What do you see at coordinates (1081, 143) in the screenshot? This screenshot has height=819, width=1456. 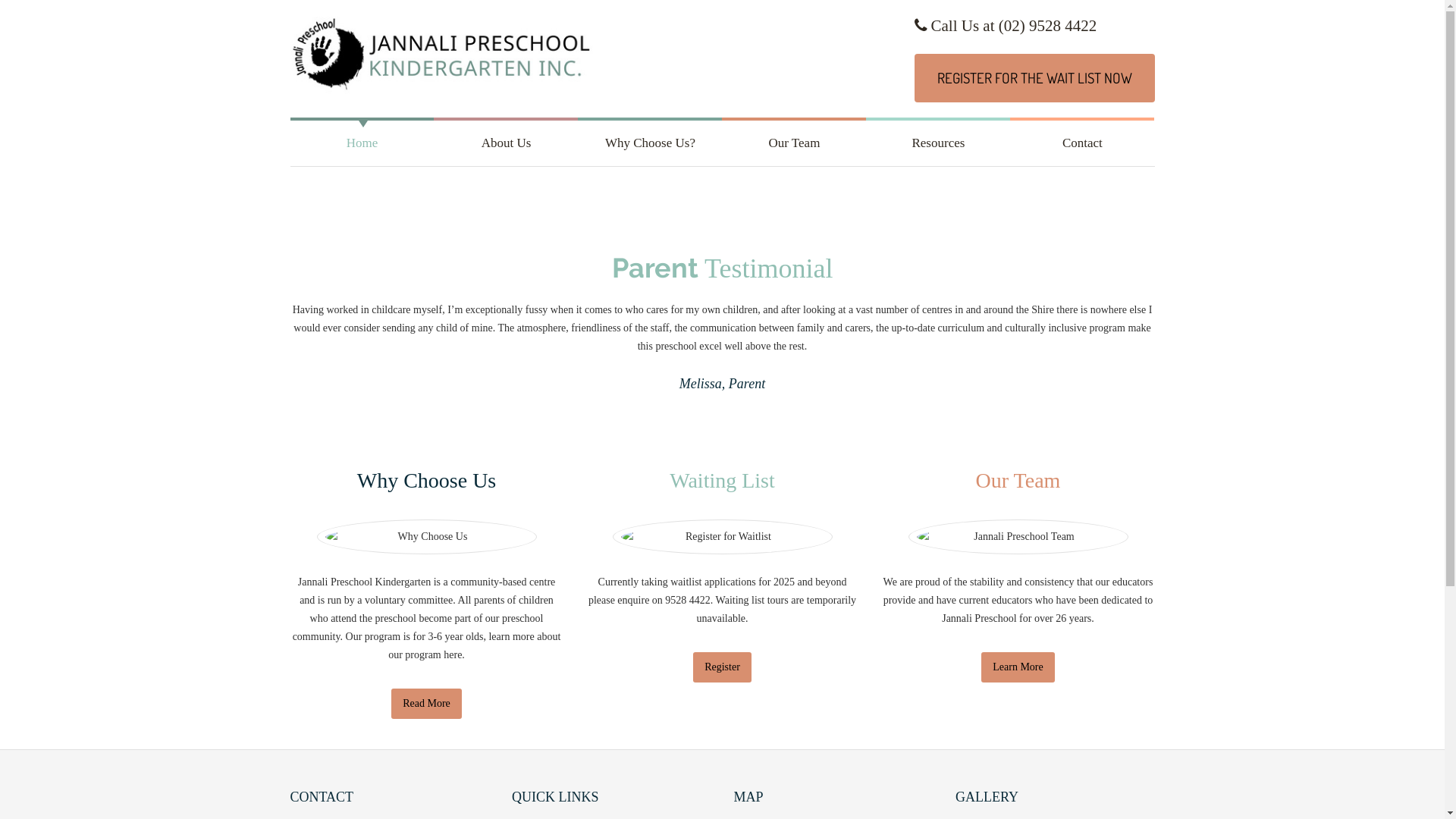 I see `'Contact'` at bounding box center [1081, 143].